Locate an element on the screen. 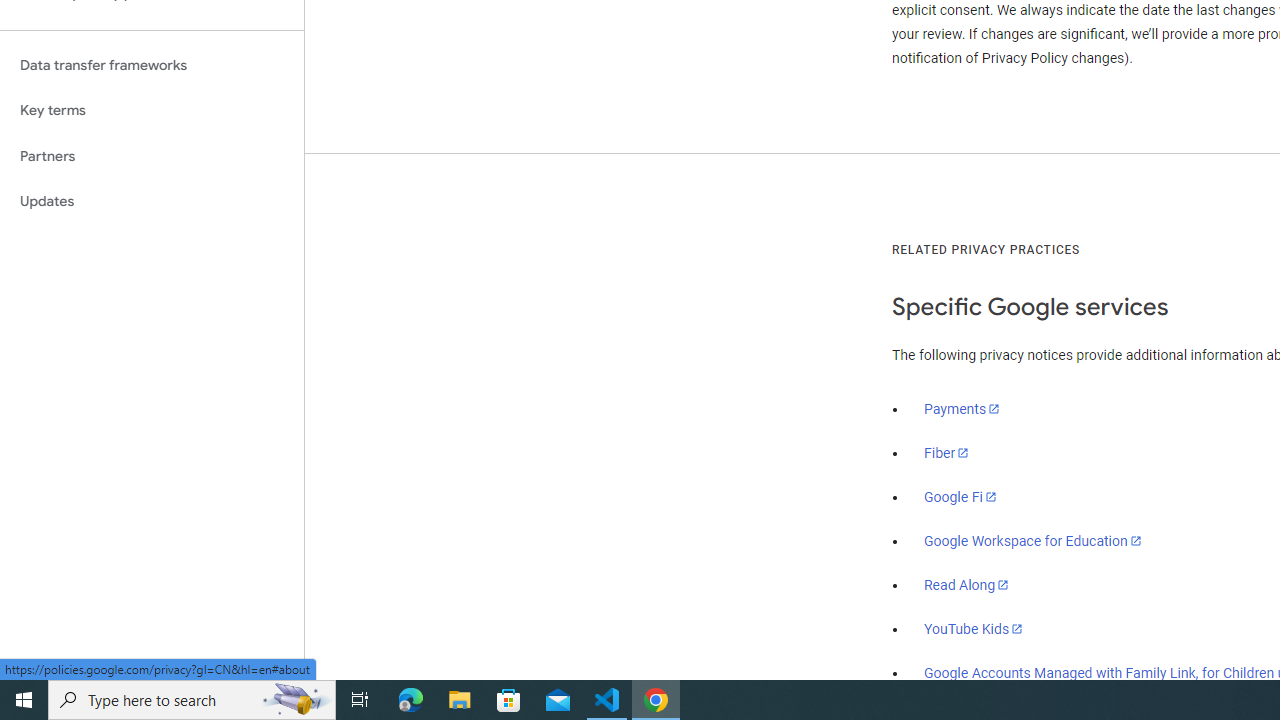 The width and height of the screenshot is (1280, 720). 'Data transfer frameworks' is located at coordinates (151, 64).